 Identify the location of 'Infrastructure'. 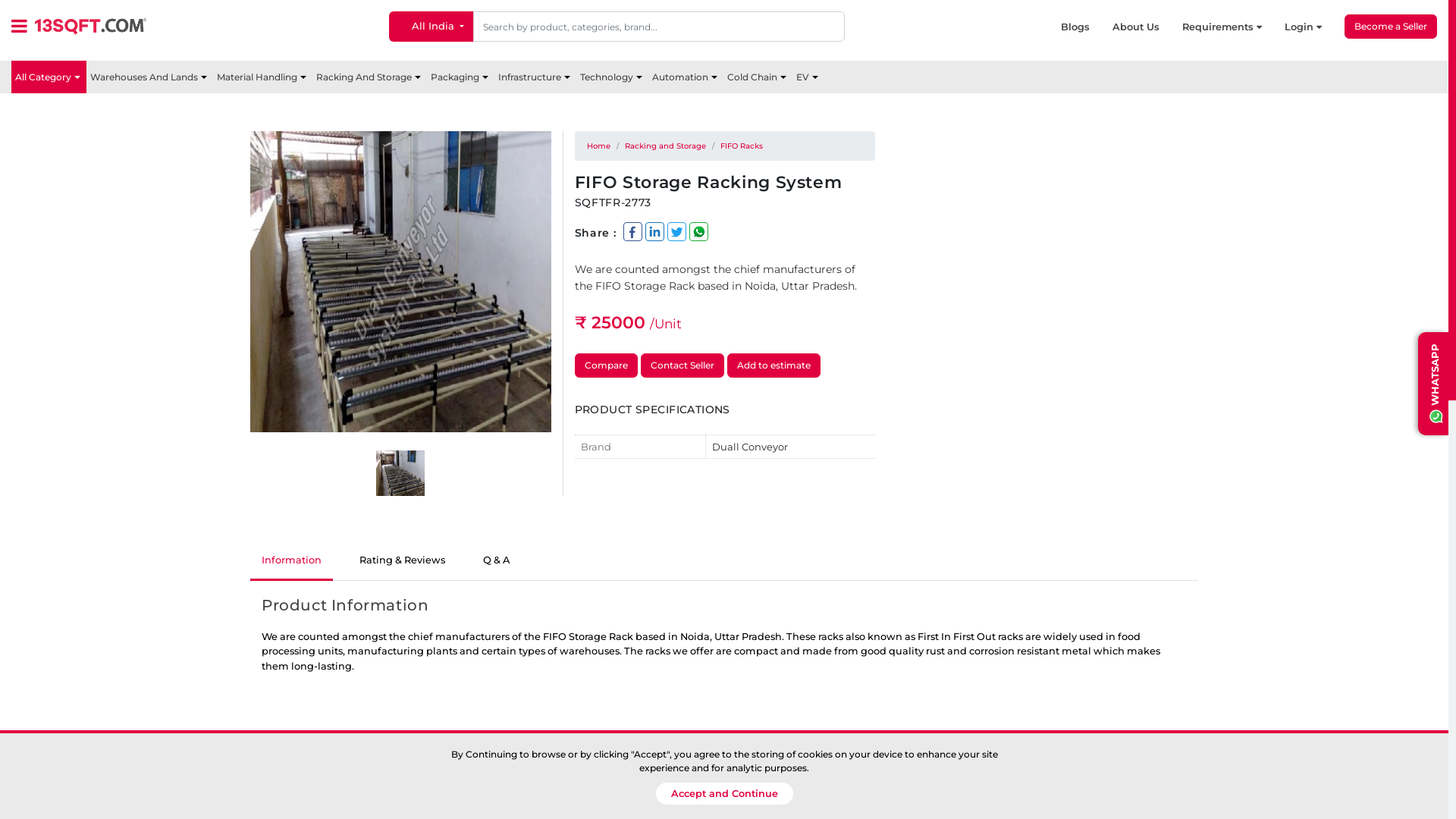
(535, 77).